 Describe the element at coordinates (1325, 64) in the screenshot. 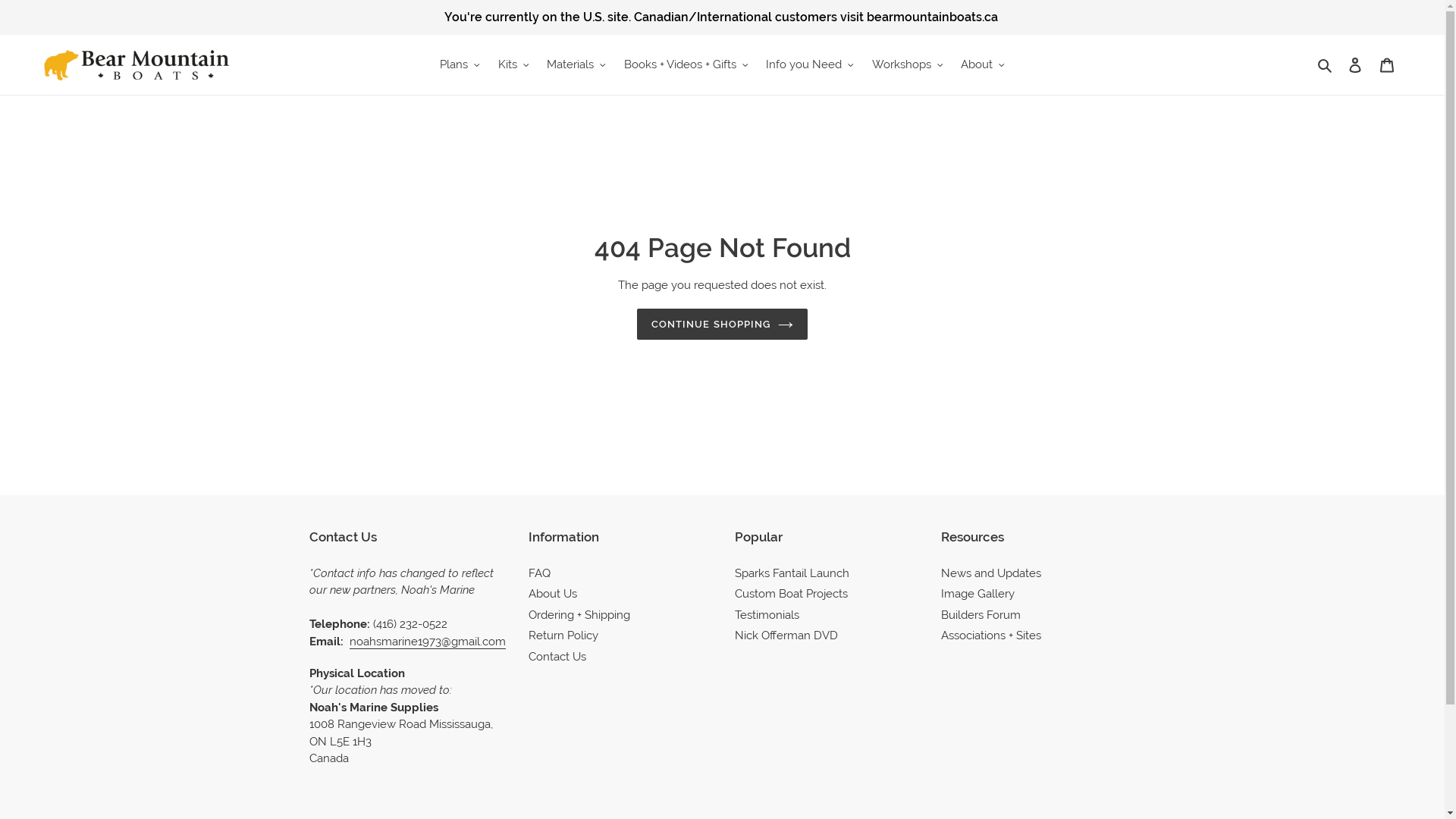

I see `'Search'` at that location.